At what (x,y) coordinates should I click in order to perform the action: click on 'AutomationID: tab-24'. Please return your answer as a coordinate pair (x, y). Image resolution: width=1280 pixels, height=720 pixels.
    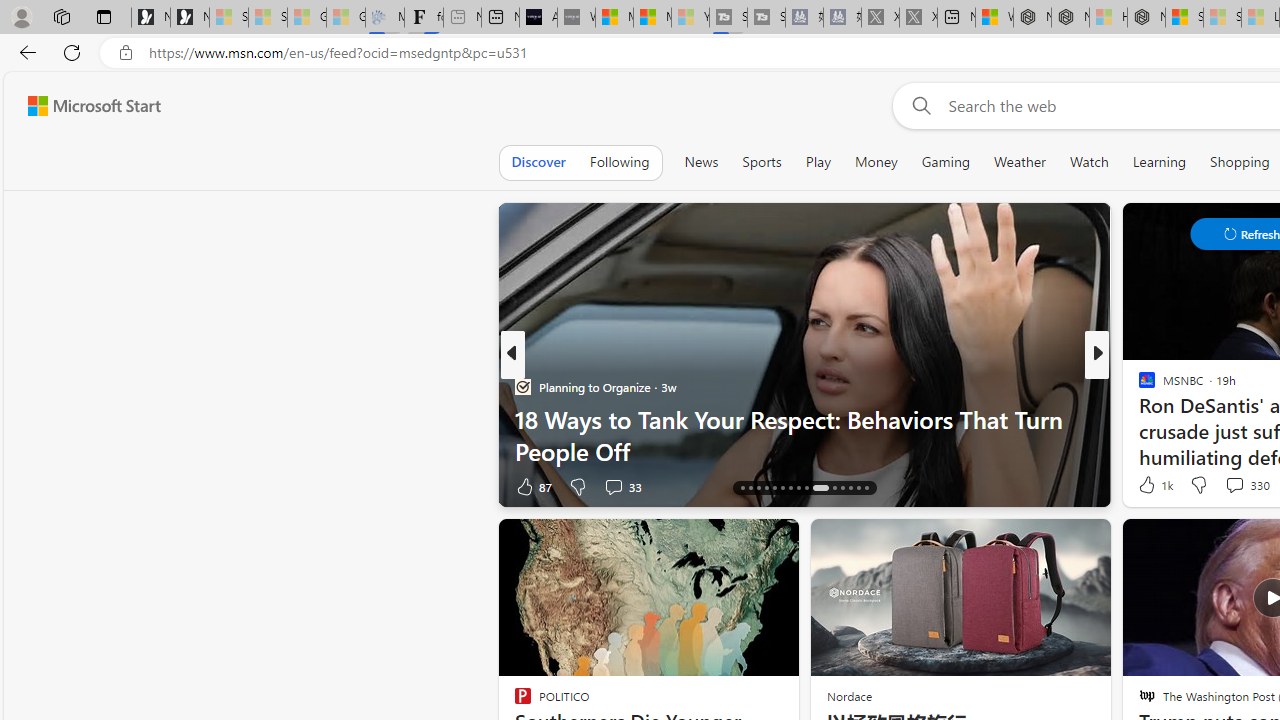
    Looking at the image, I should click on (807, 488).